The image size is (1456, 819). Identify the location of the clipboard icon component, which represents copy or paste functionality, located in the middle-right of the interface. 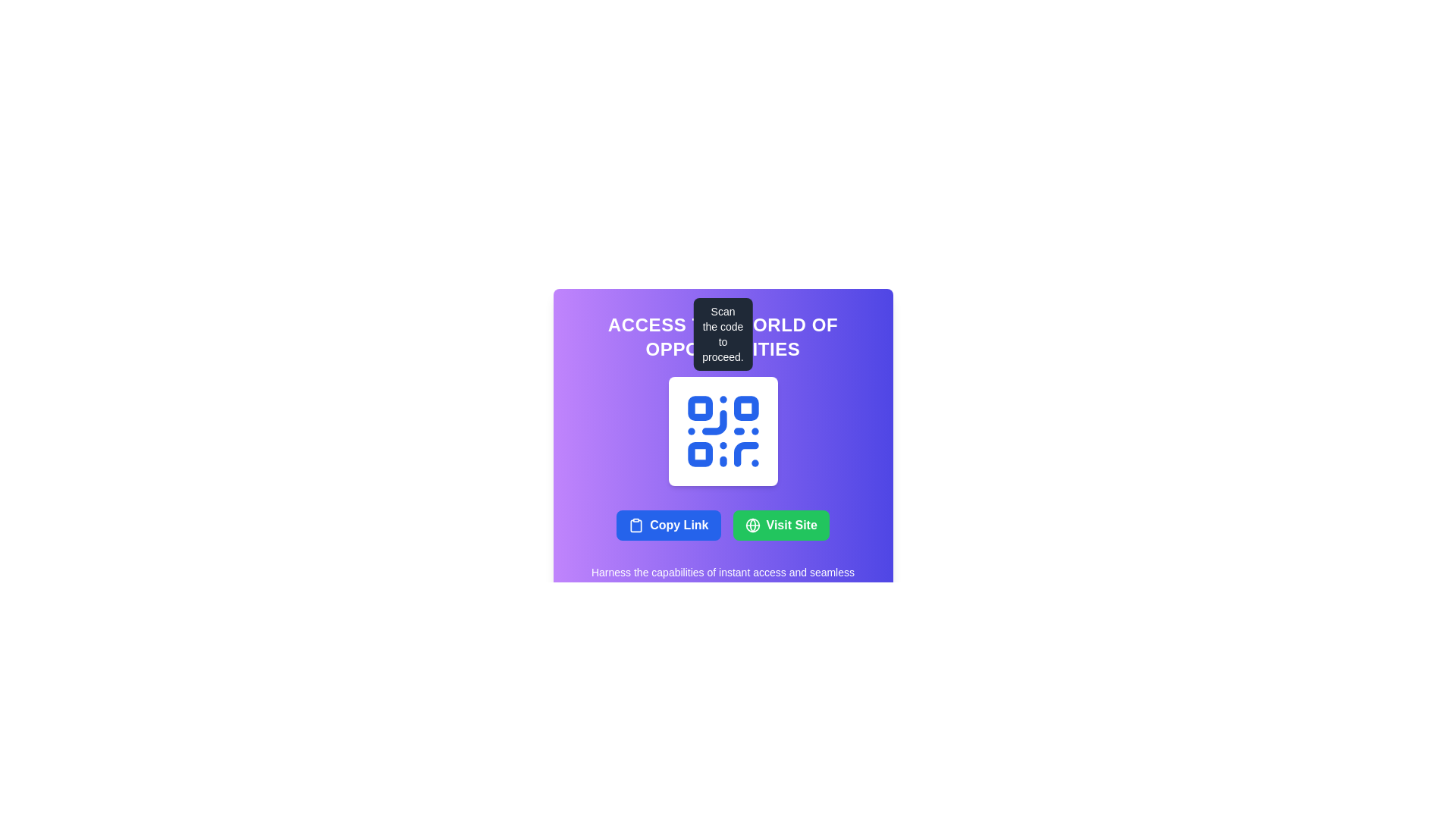
(636, 525).